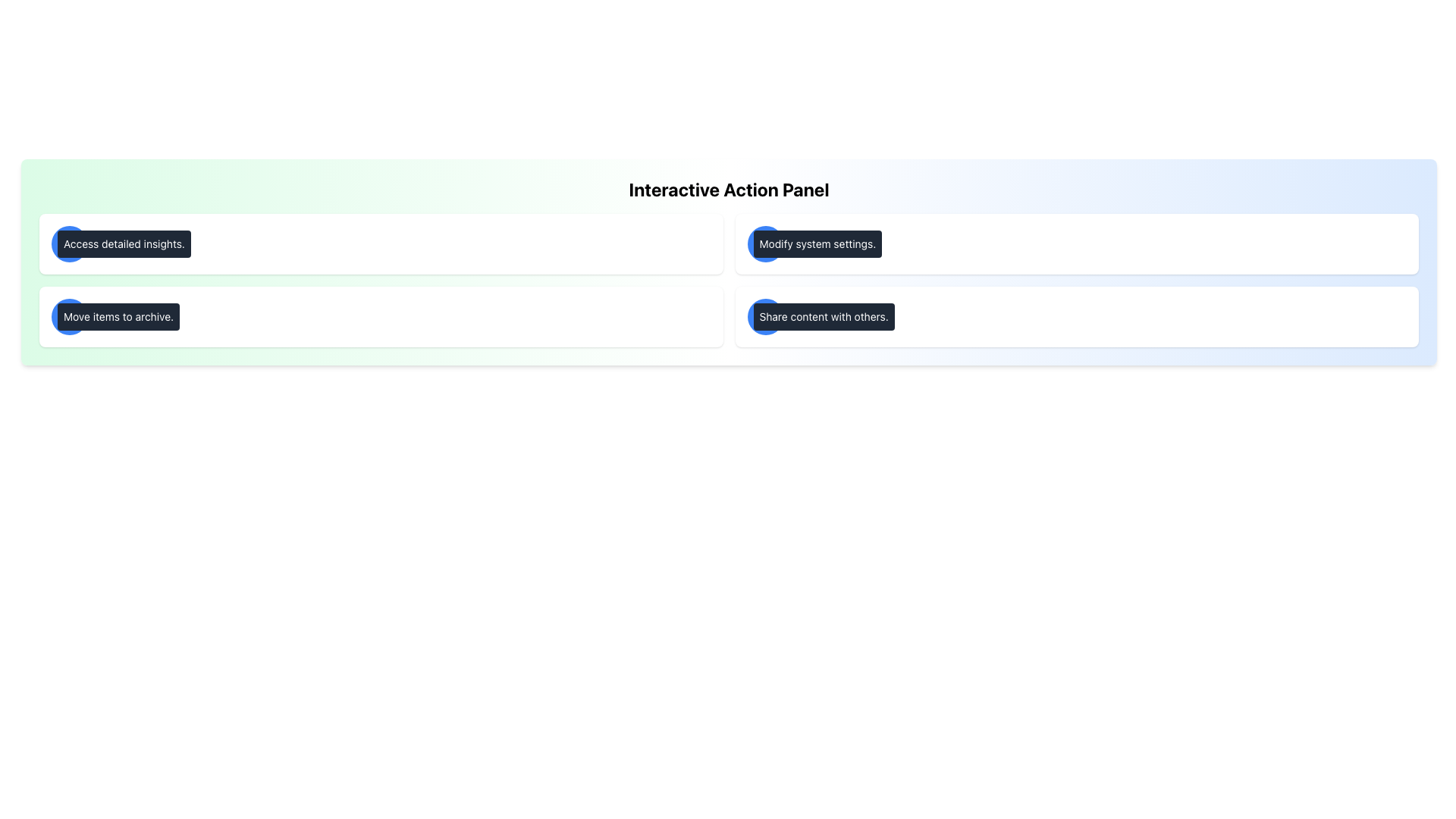 The image size is (1456, 819). Describe the element at coordinates (814, 315) in the screenshot. I see `the 'Share' text label located in the bottom-right section of the grid layout, which indicates sharing actions` at that location.